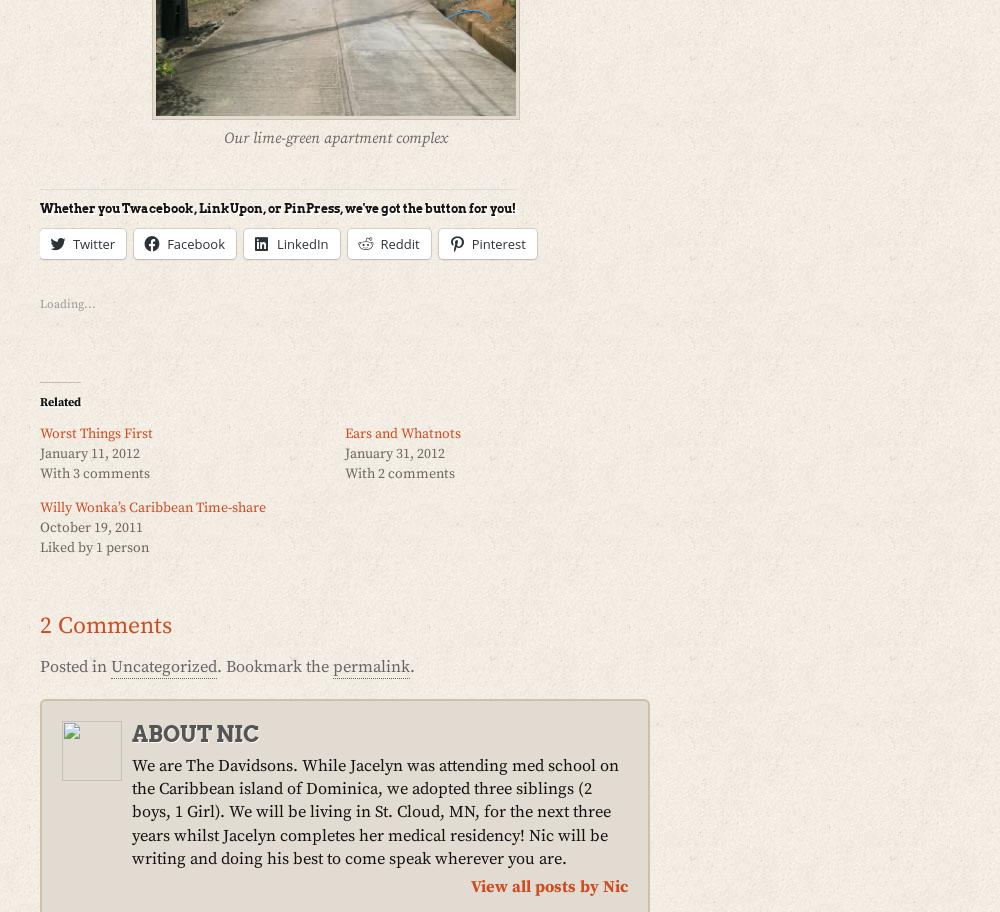 The width and height of the screenshot is (1000, 912). Describe the element at coordinates (370, 665) in the screenshot. I see `'permalink'` at that location.